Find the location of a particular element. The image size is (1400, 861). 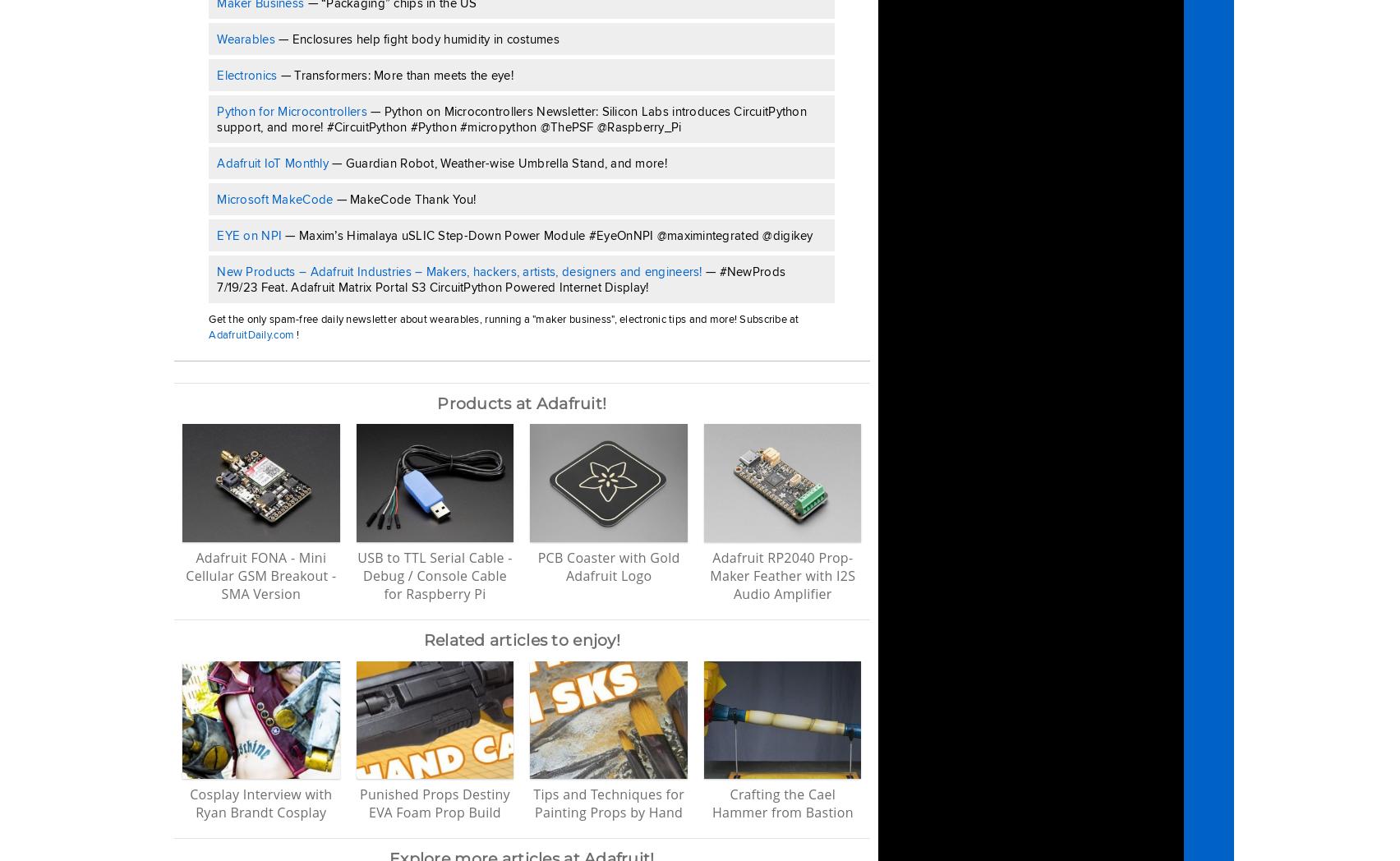

'Wearables' is located at coordinates (245, 39).